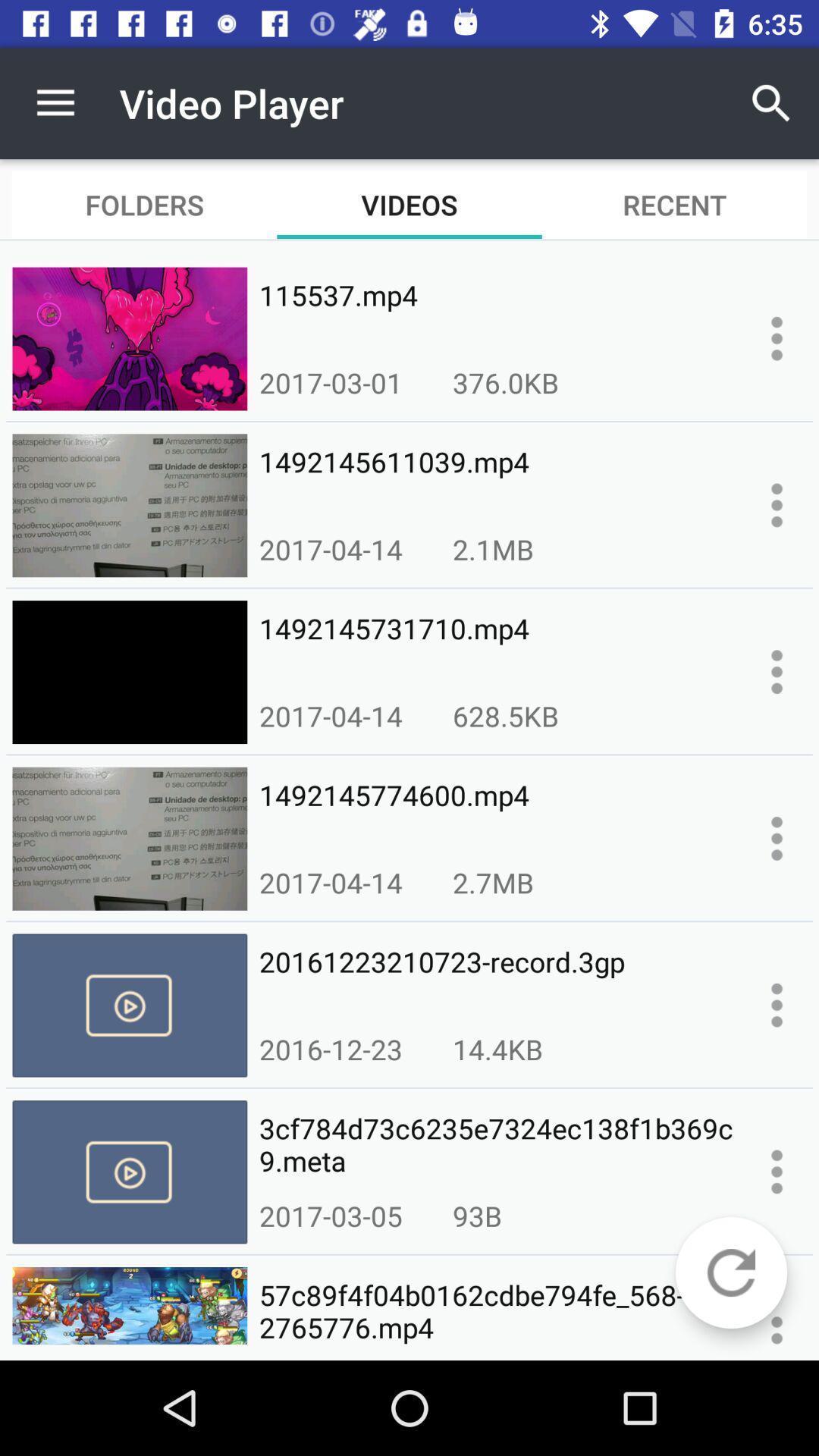 The image size is (819, 1456). I want to click on options, so click(777, 671).